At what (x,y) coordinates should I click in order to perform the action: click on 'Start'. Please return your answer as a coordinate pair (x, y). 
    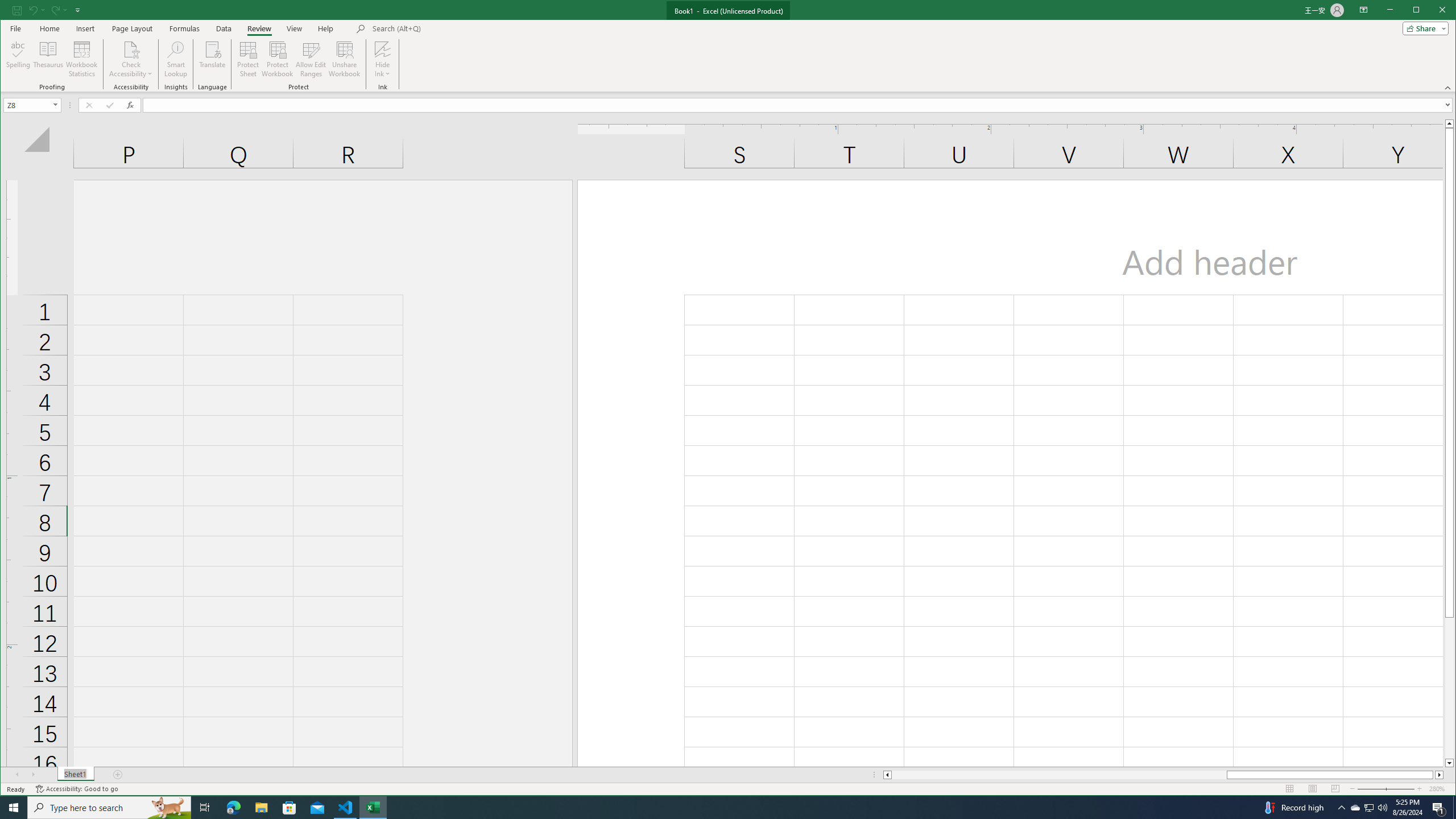
    Looking at the image, I should click on (14, 806).